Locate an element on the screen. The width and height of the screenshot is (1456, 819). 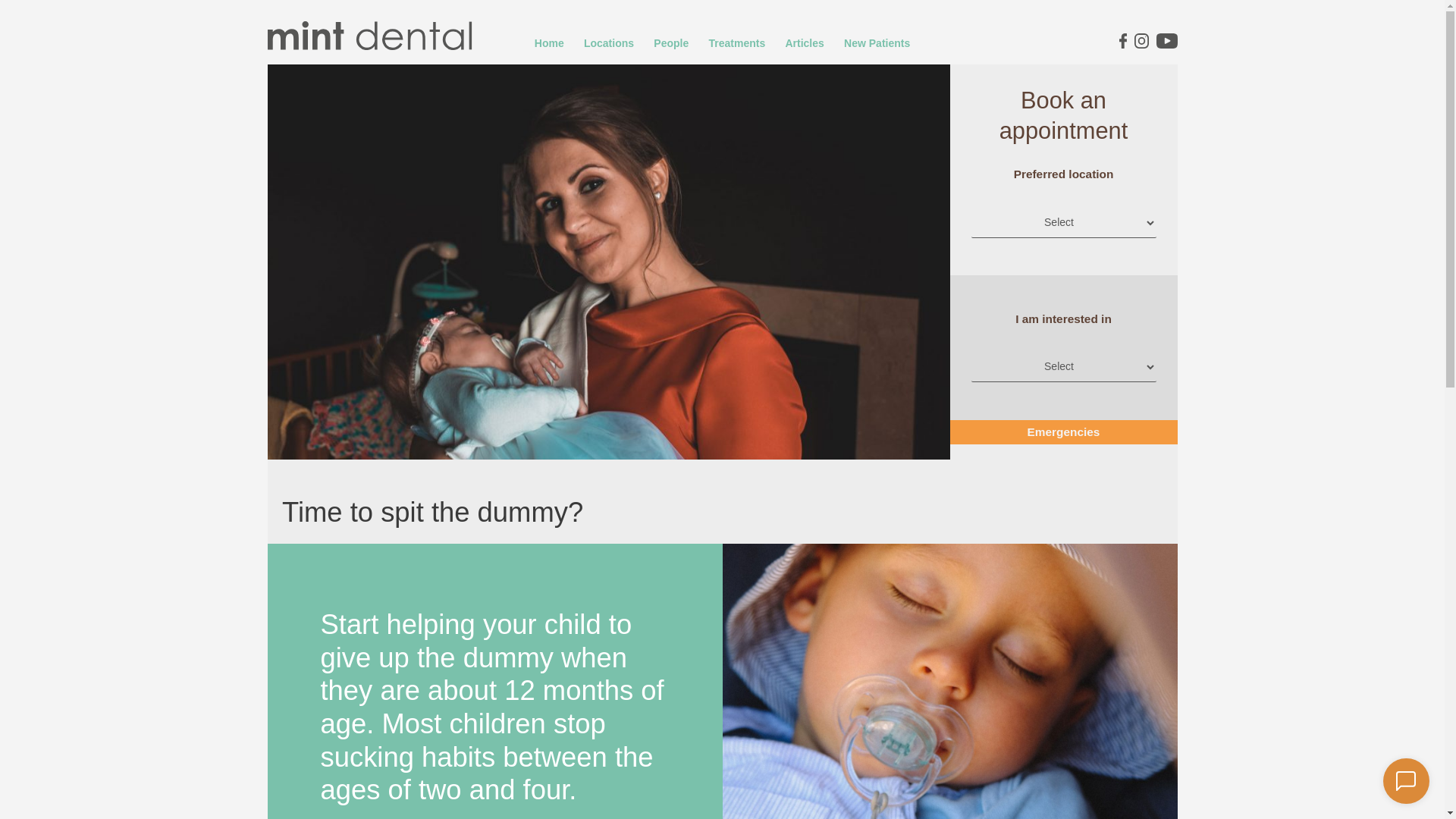
'Home' is located at coordinates (548, 42).